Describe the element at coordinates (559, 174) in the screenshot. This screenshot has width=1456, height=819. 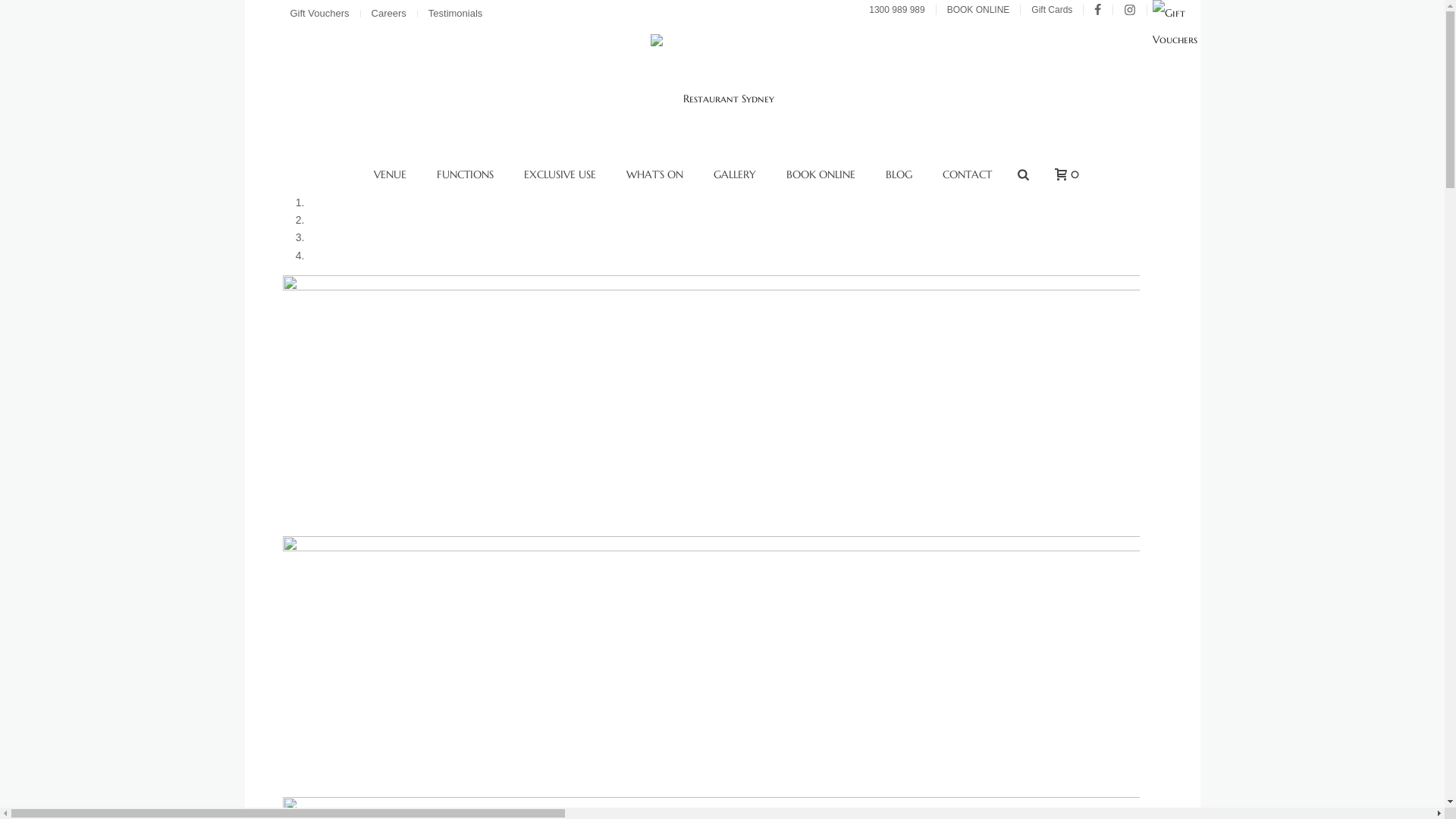
I see `'EXCLUSIVE USE'` at that location.